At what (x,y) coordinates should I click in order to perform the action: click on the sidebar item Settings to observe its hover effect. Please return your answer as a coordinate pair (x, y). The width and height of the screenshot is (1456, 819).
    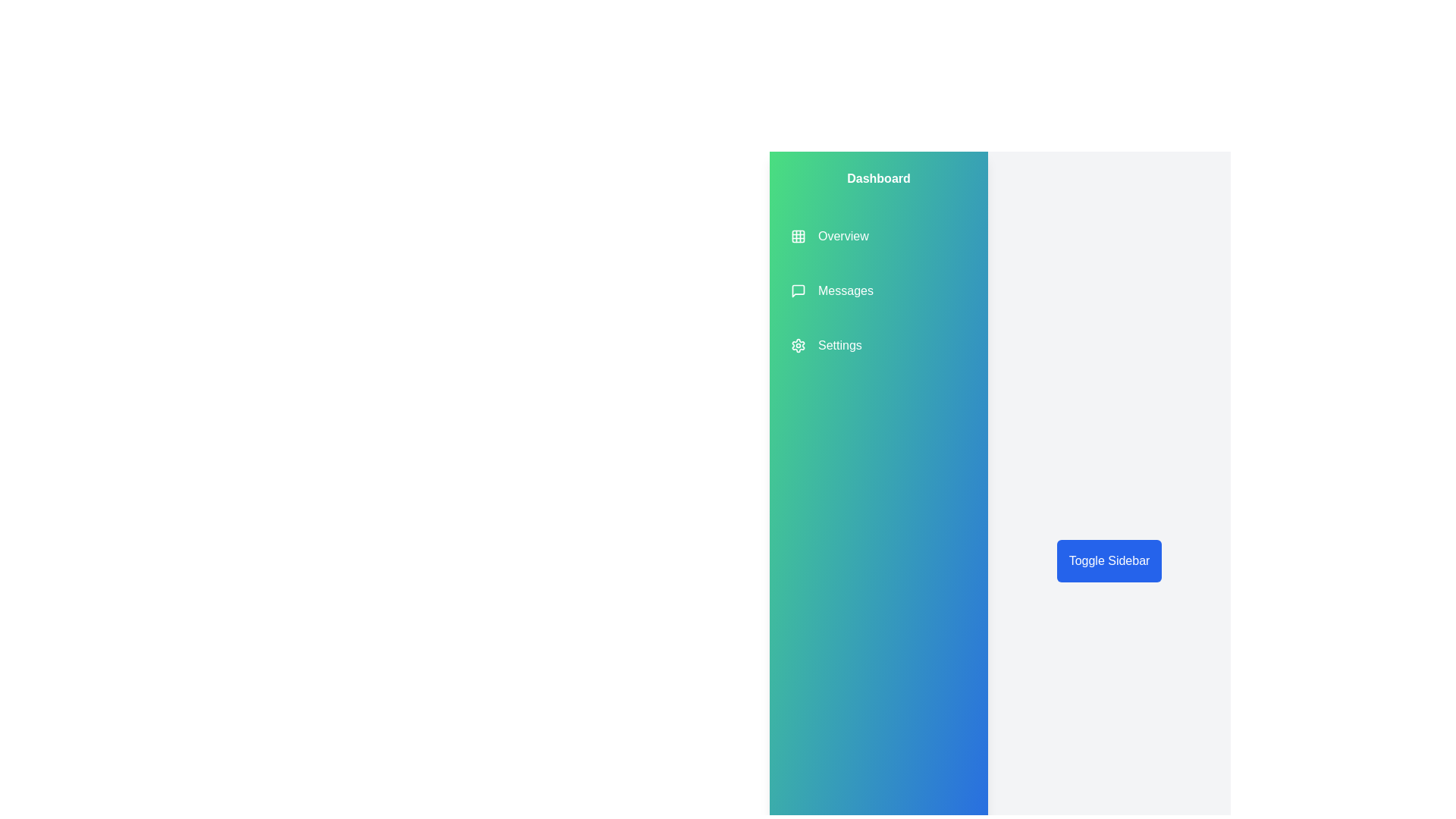
    Looking at the image, I should click on (825, 345).